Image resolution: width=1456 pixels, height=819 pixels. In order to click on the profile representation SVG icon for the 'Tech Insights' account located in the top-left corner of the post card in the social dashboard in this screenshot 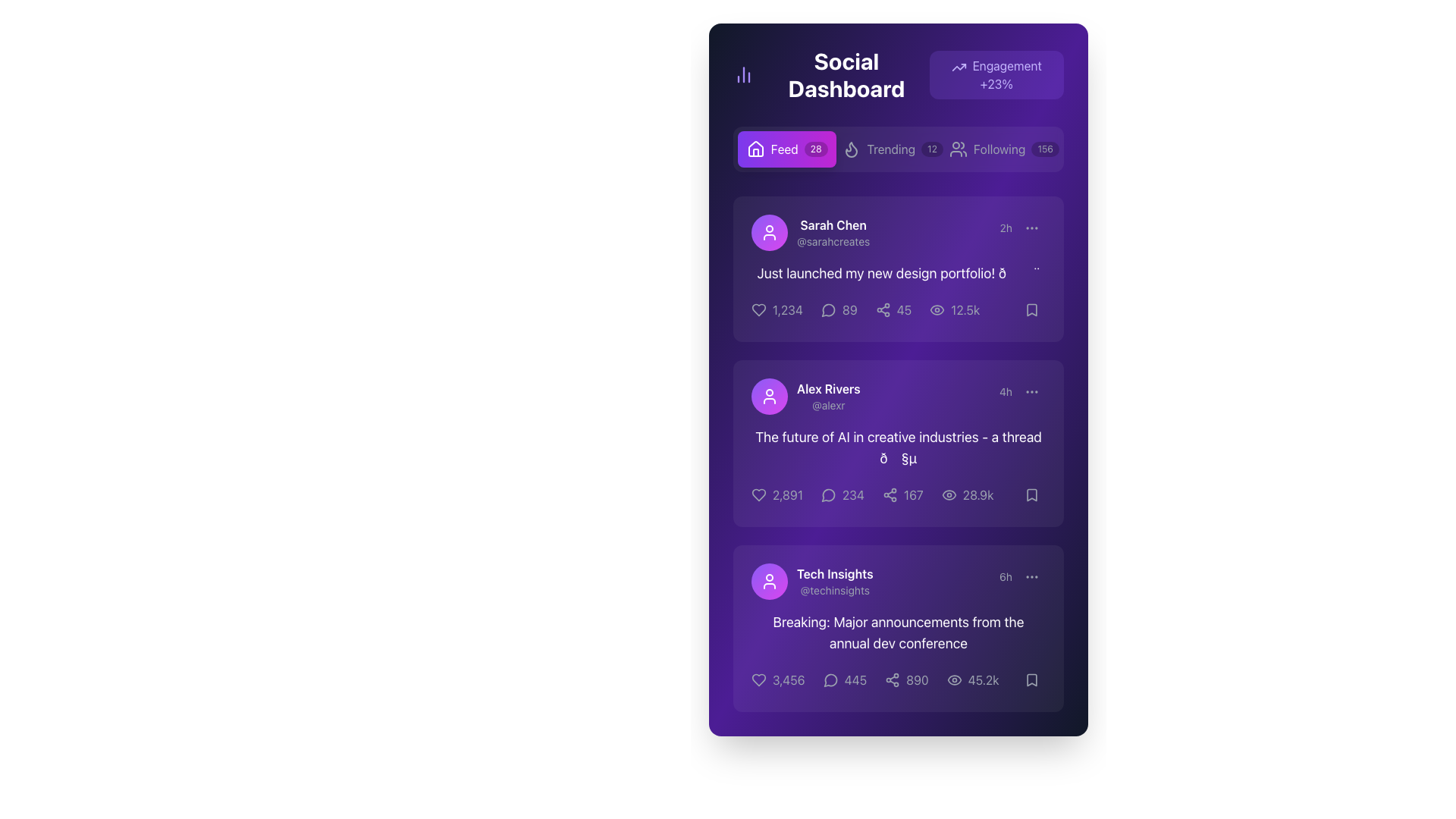, I will do `click(769, 581)`.